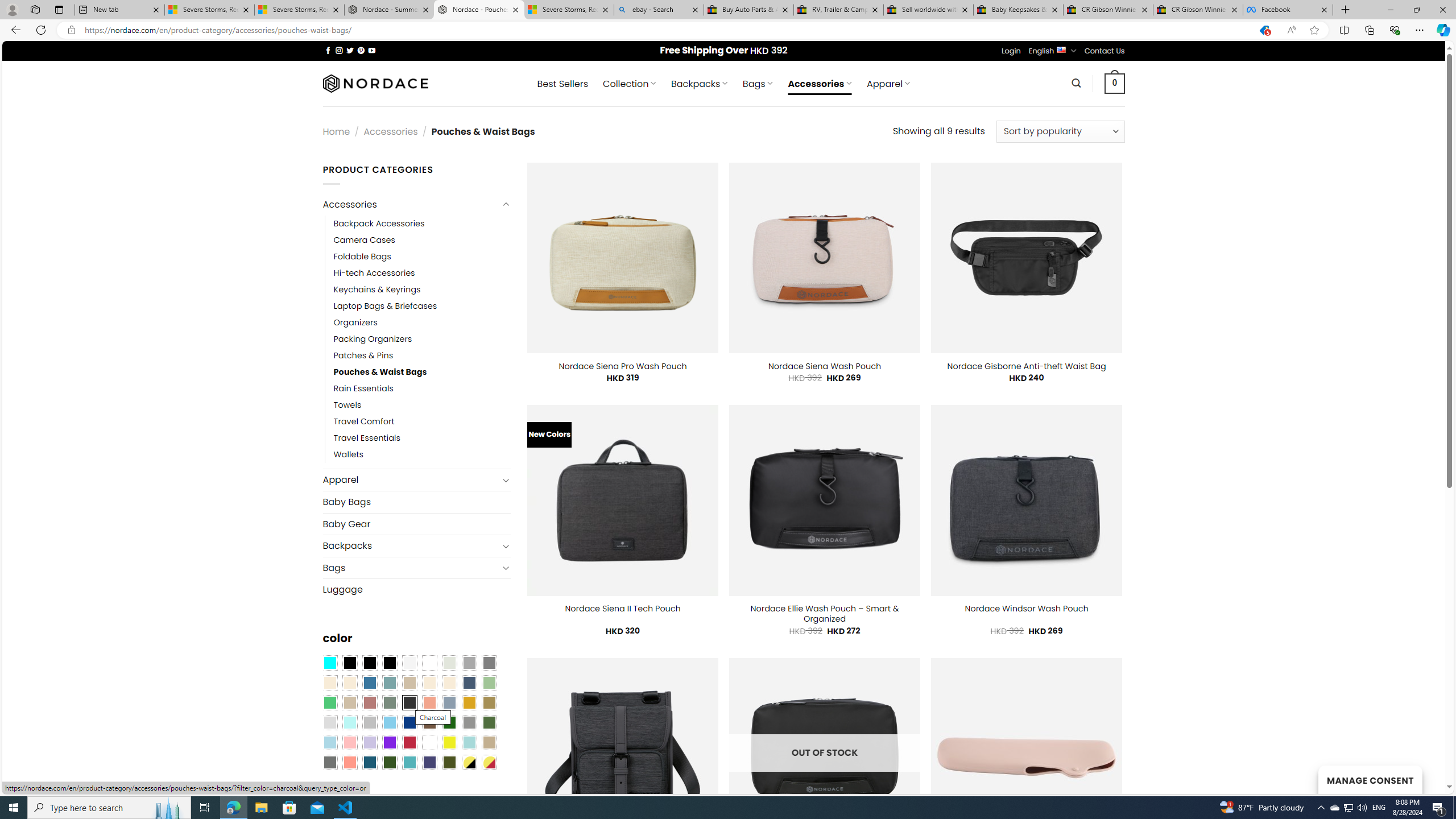 The width and height of the screenshot is (1456, 819). What do you see at coordinates (1263, 30) in the screenshot?
I see `'This site has coupons! Shopping in Microsoft Edge, 5'` at bounding box center [1263, 30].